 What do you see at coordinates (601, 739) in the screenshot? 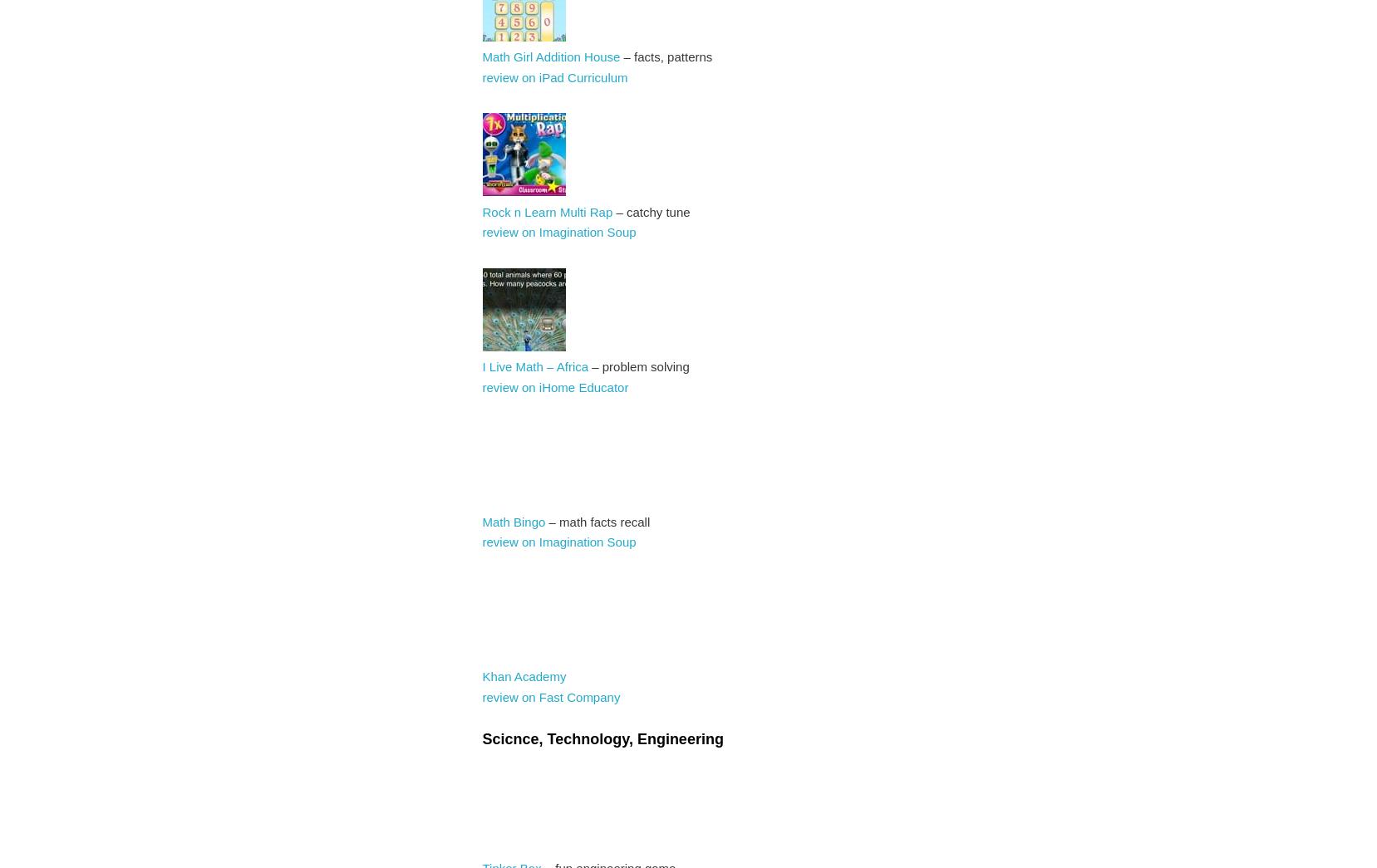
I see `'Scicnce, Technology, Engineering'` at bounding box center [601, 739].